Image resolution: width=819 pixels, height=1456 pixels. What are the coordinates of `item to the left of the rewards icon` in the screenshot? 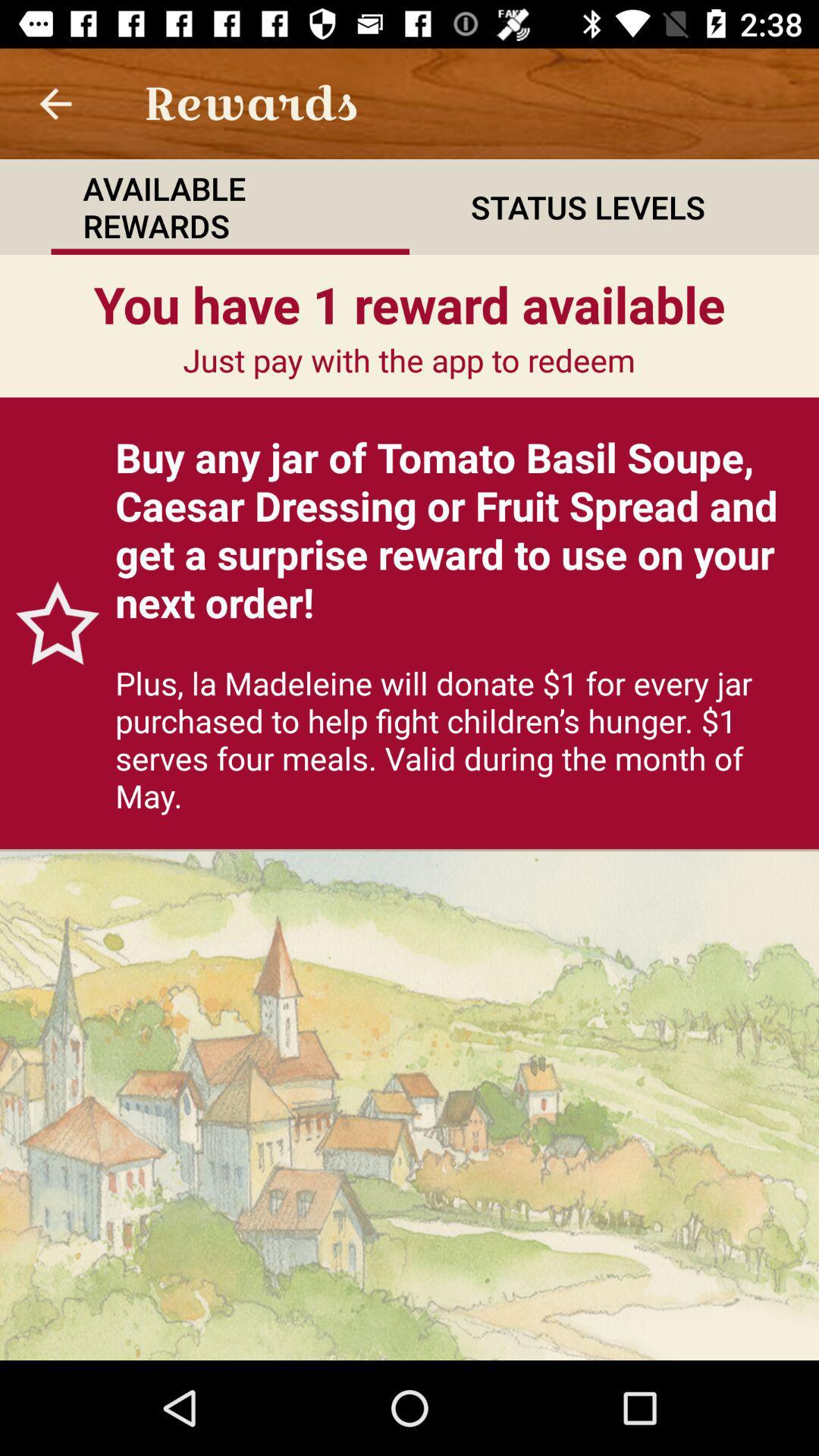 It's located at (55, 102).